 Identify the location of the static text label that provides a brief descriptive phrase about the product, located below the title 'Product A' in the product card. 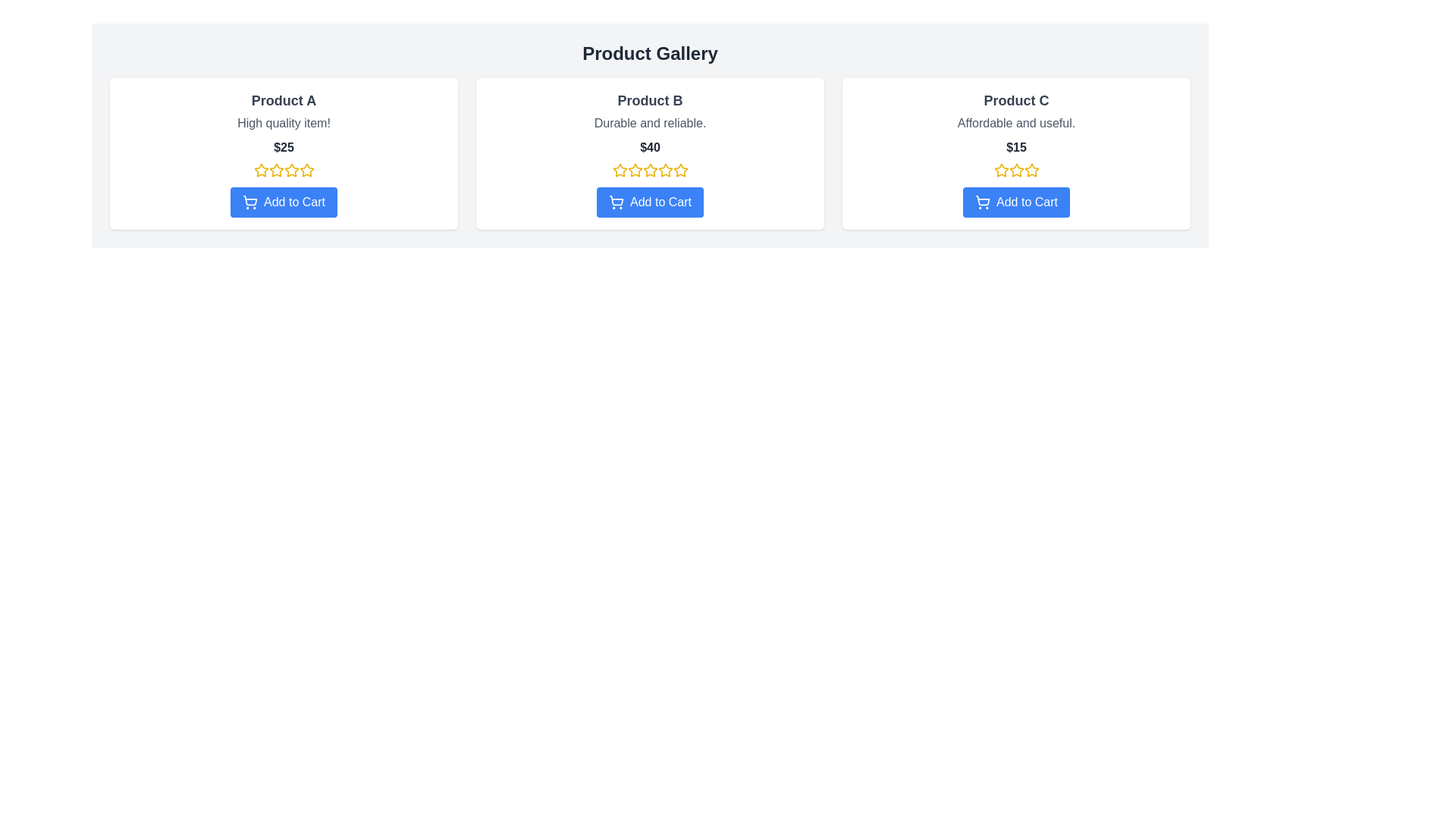
(284, 122).